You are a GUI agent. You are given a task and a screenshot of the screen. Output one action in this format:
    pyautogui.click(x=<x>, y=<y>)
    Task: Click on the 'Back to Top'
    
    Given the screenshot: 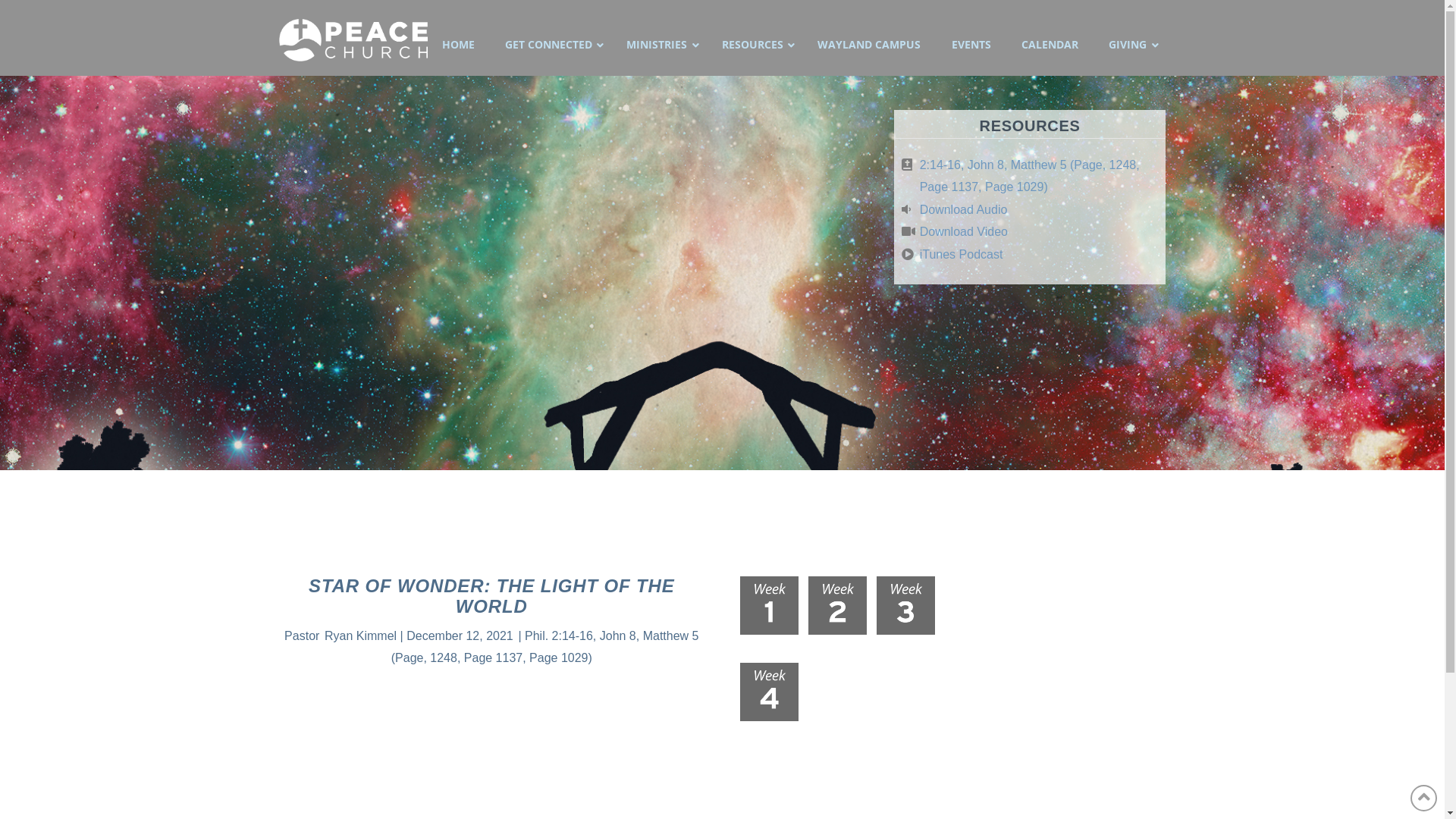 What is the action you would take?
    pyautogui.click(x=1423, y=797)
    